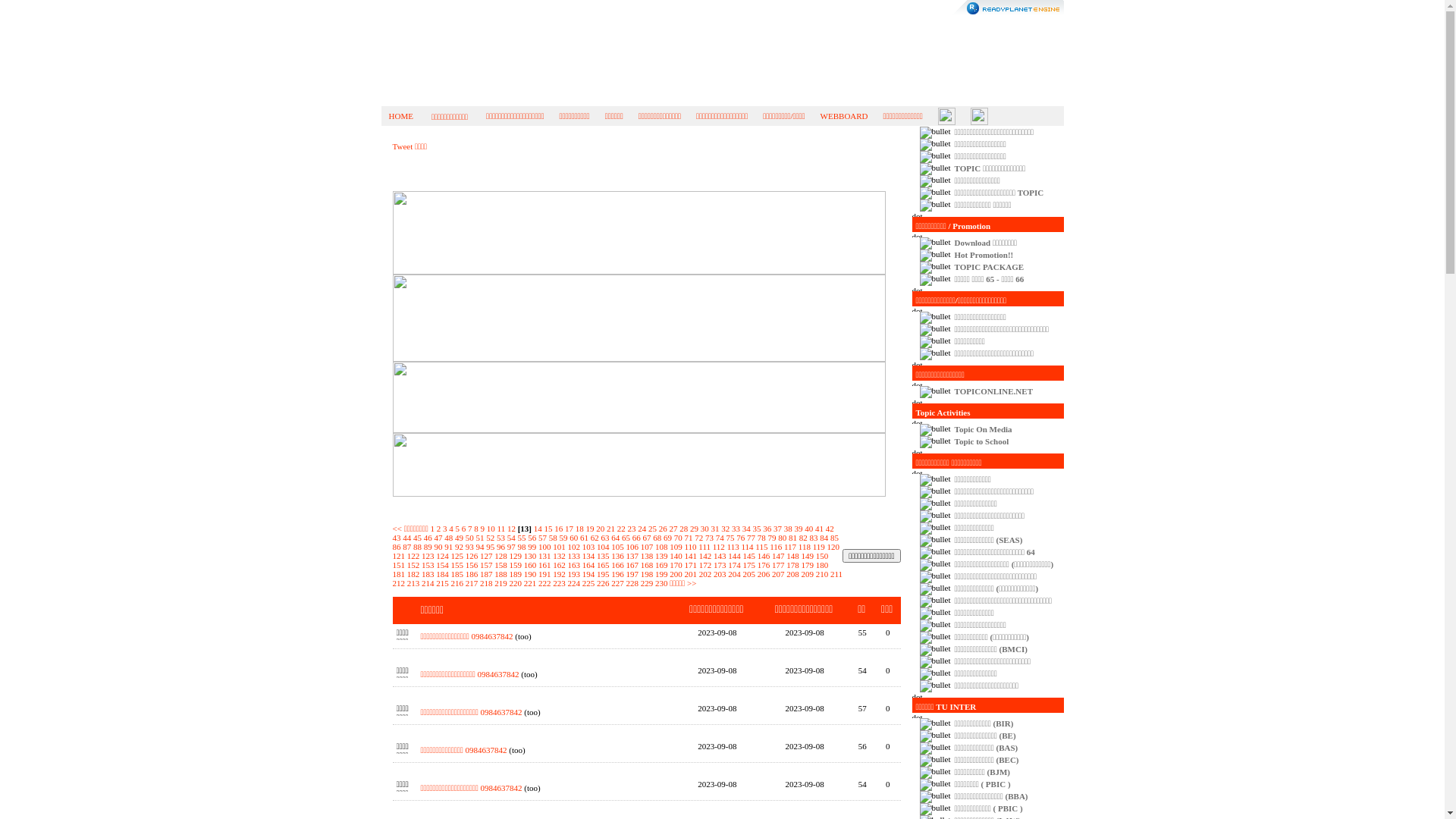  Describe the element at coordinates (588, 582) in the screenshot. I see `'225'` at that location.